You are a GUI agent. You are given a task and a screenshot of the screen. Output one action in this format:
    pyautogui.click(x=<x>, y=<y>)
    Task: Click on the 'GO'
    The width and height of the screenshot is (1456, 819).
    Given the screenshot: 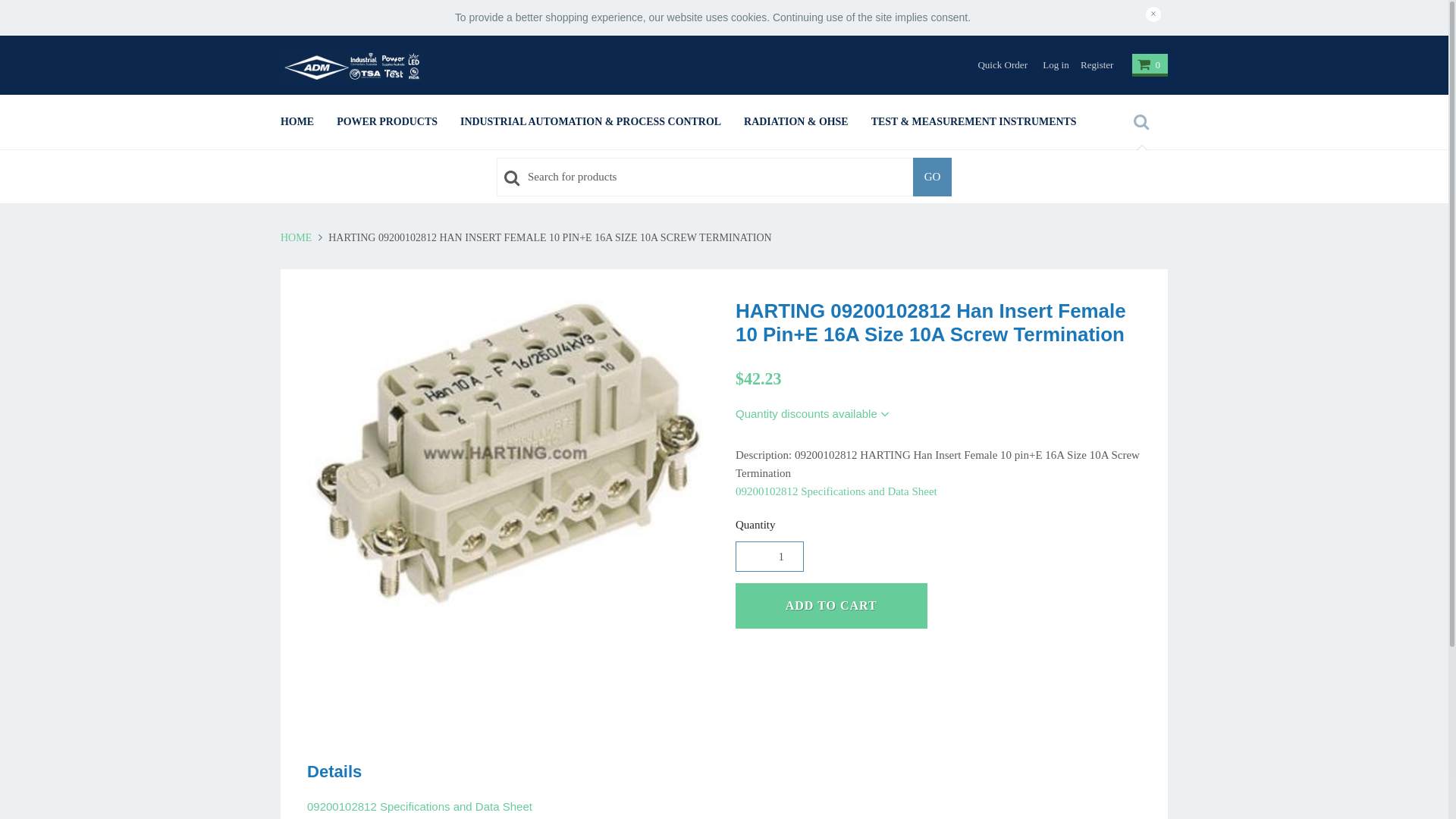 What is the action you would take?
    pyautogui.click(x=931, y=176)
    